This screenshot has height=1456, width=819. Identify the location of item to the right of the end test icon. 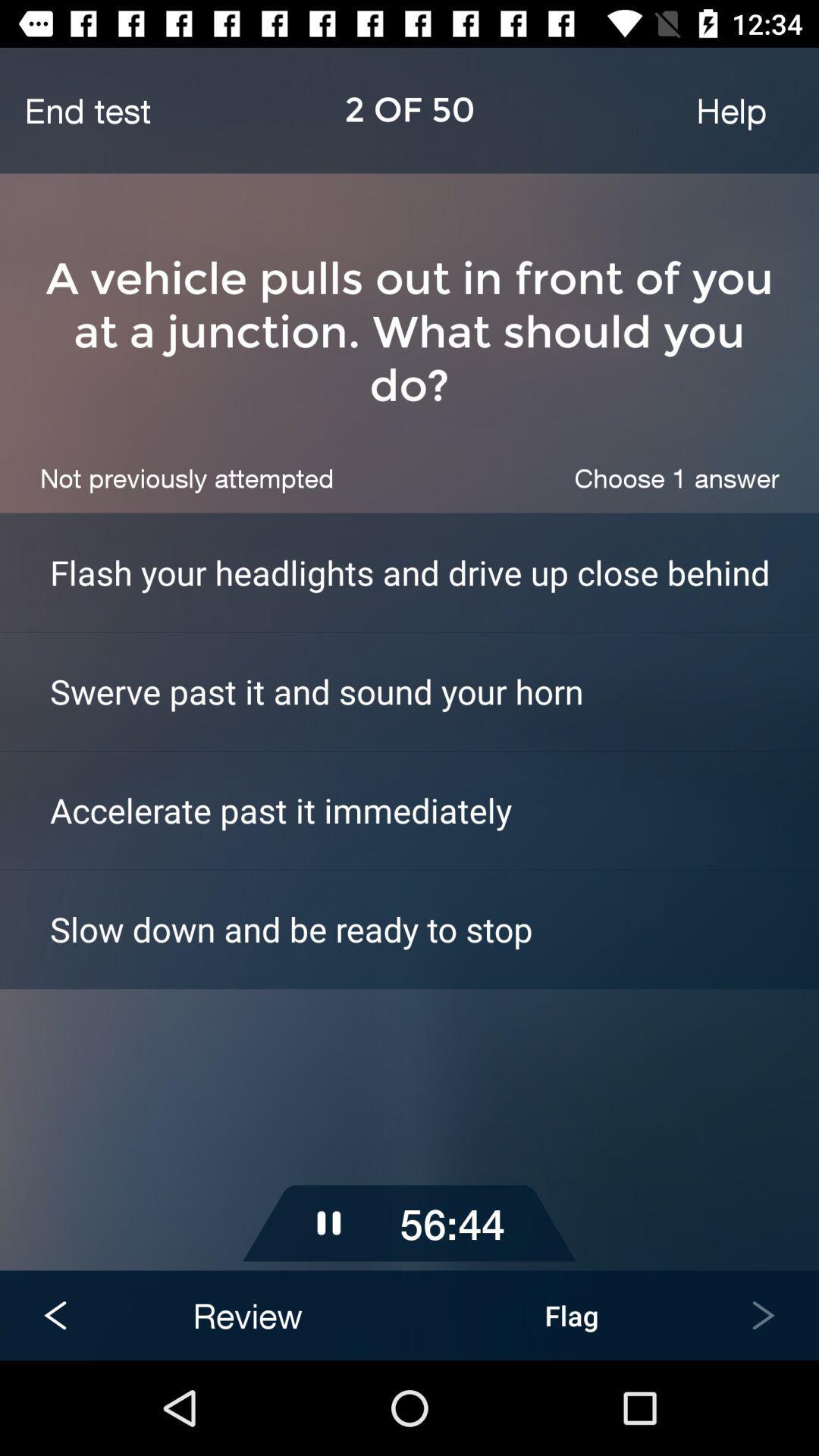
(730, 109).